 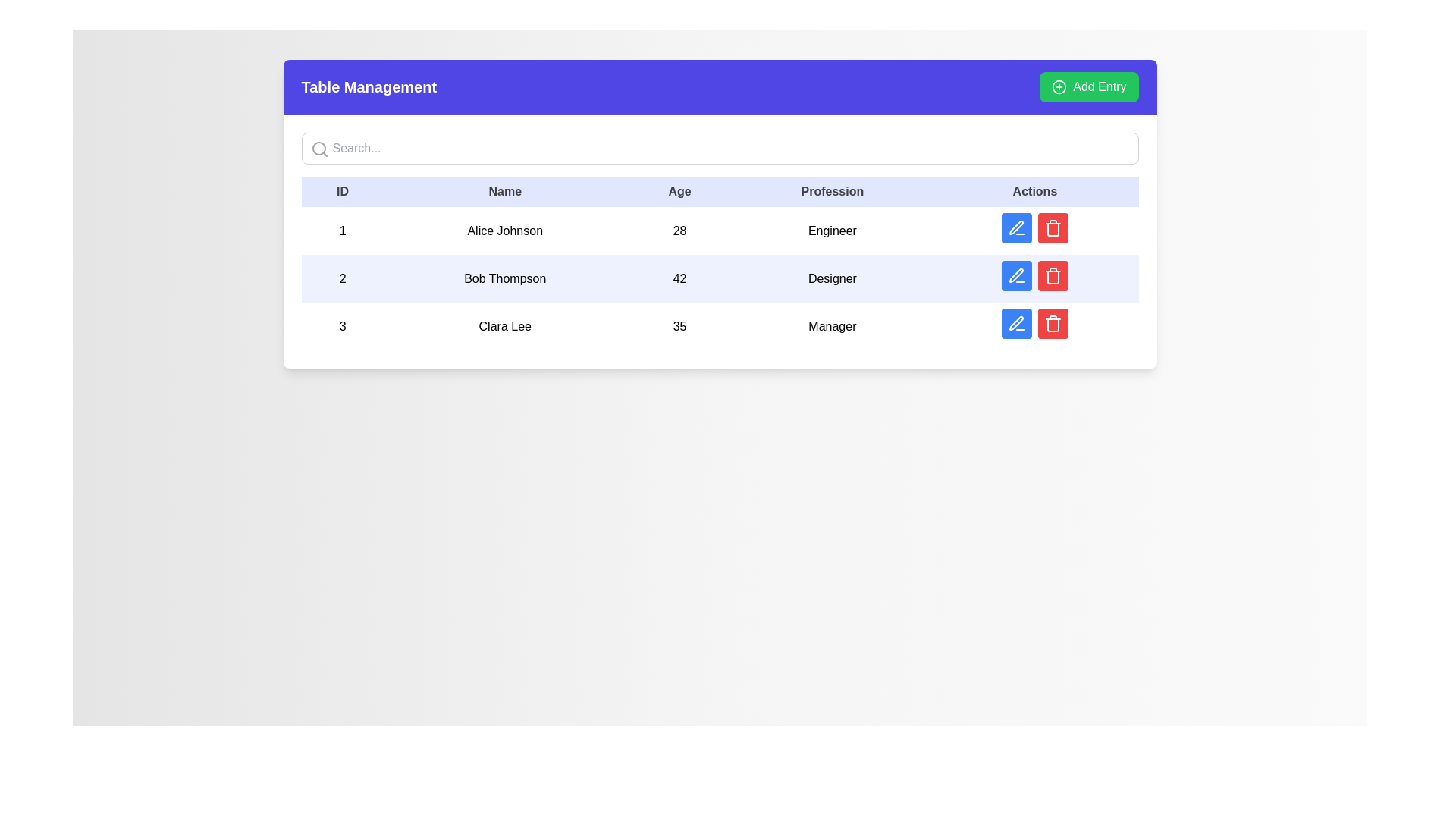 I want to click on the red delete button with a trash can icon in the 'Actions' column of the second row, so click(x=1052, y=275).